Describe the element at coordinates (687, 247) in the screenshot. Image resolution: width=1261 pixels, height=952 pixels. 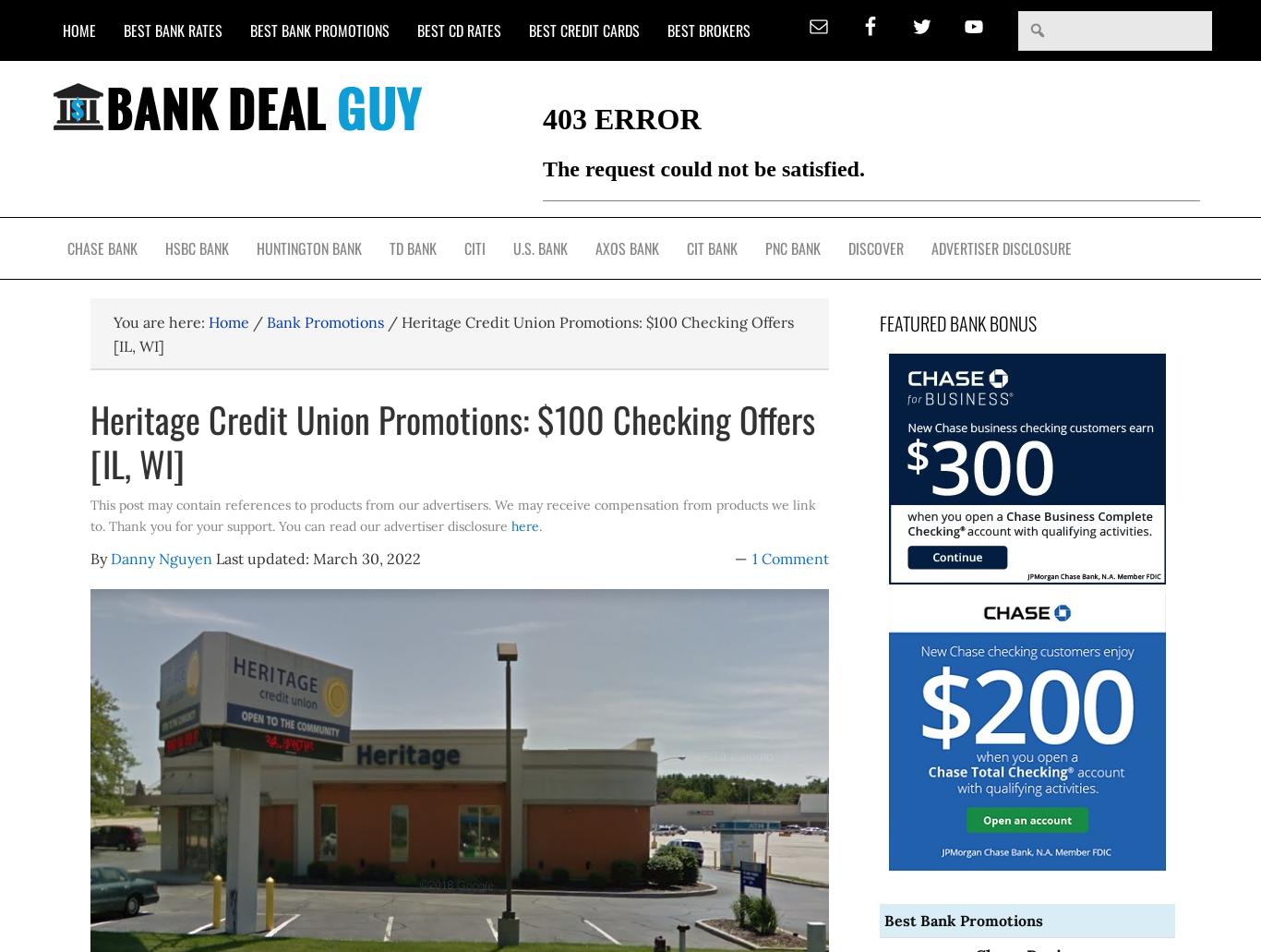
I see `'CIT Bank'` at that location.